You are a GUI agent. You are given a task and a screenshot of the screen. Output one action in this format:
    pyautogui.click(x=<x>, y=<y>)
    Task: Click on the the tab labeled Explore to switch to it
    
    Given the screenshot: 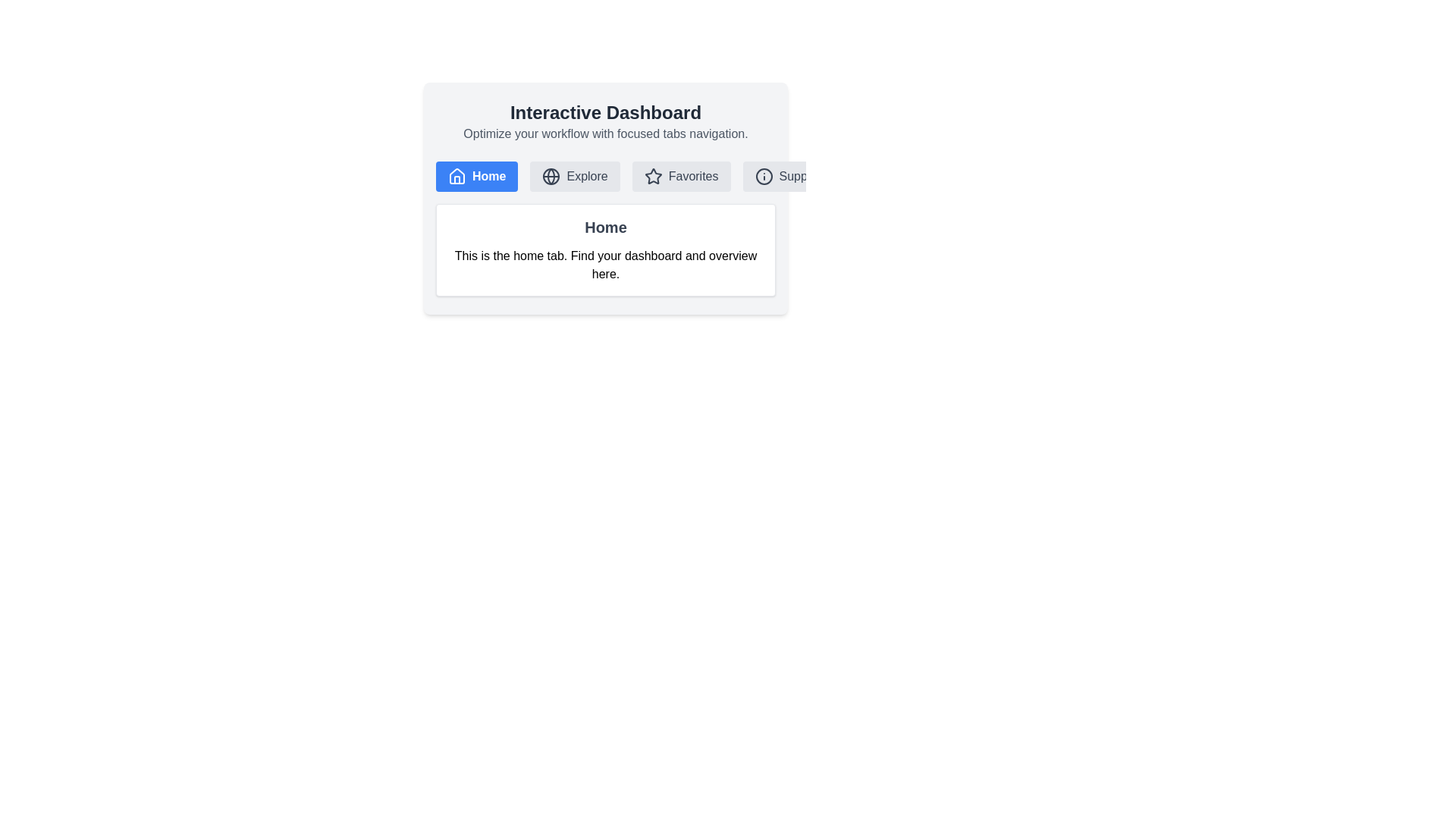 What is the action you would take?
    pyautogui.click(x=574, y=175)
    